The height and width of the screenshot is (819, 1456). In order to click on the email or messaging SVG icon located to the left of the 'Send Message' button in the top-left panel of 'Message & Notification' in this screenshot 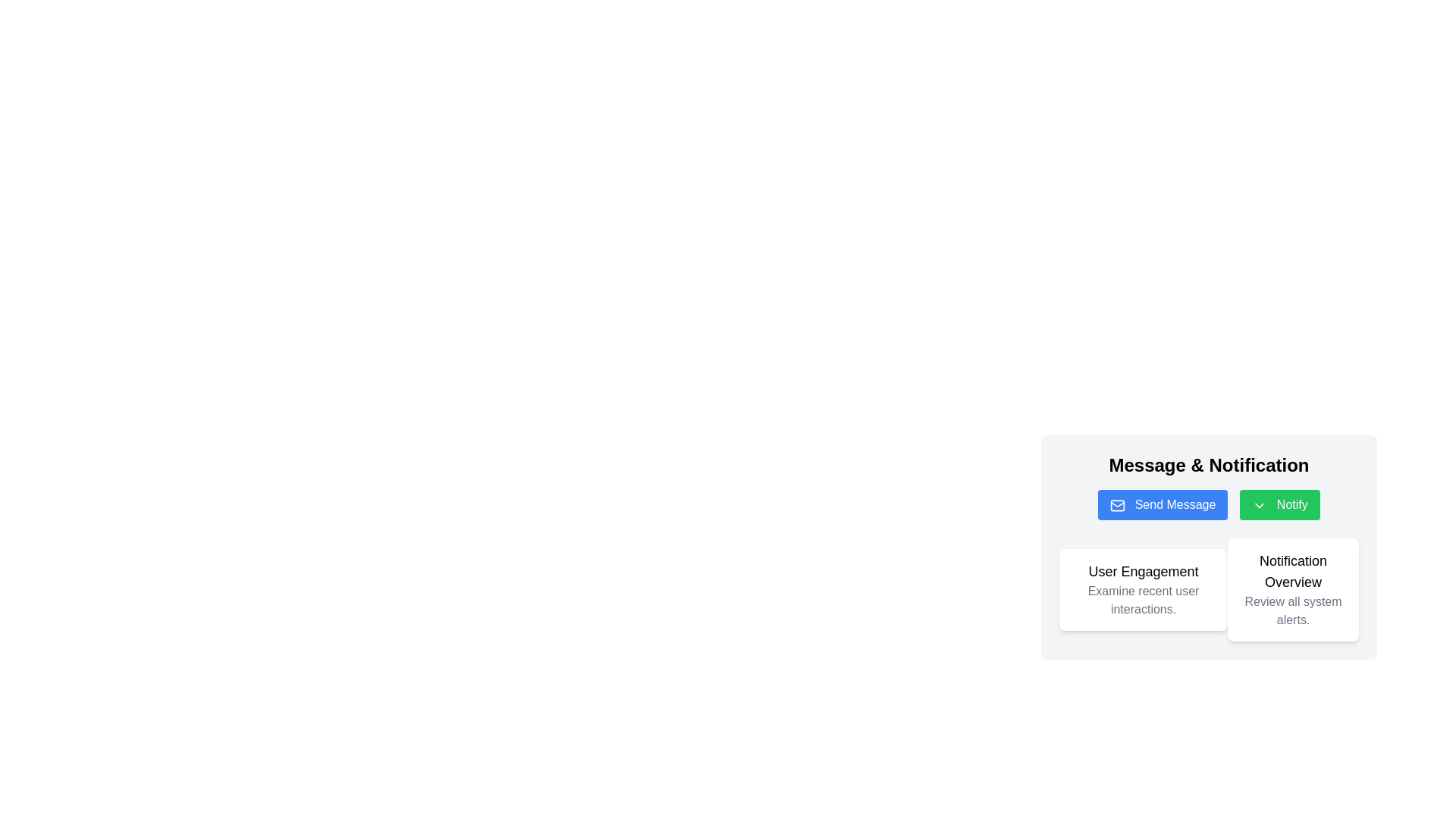, I will do `click(1118, 505)`.